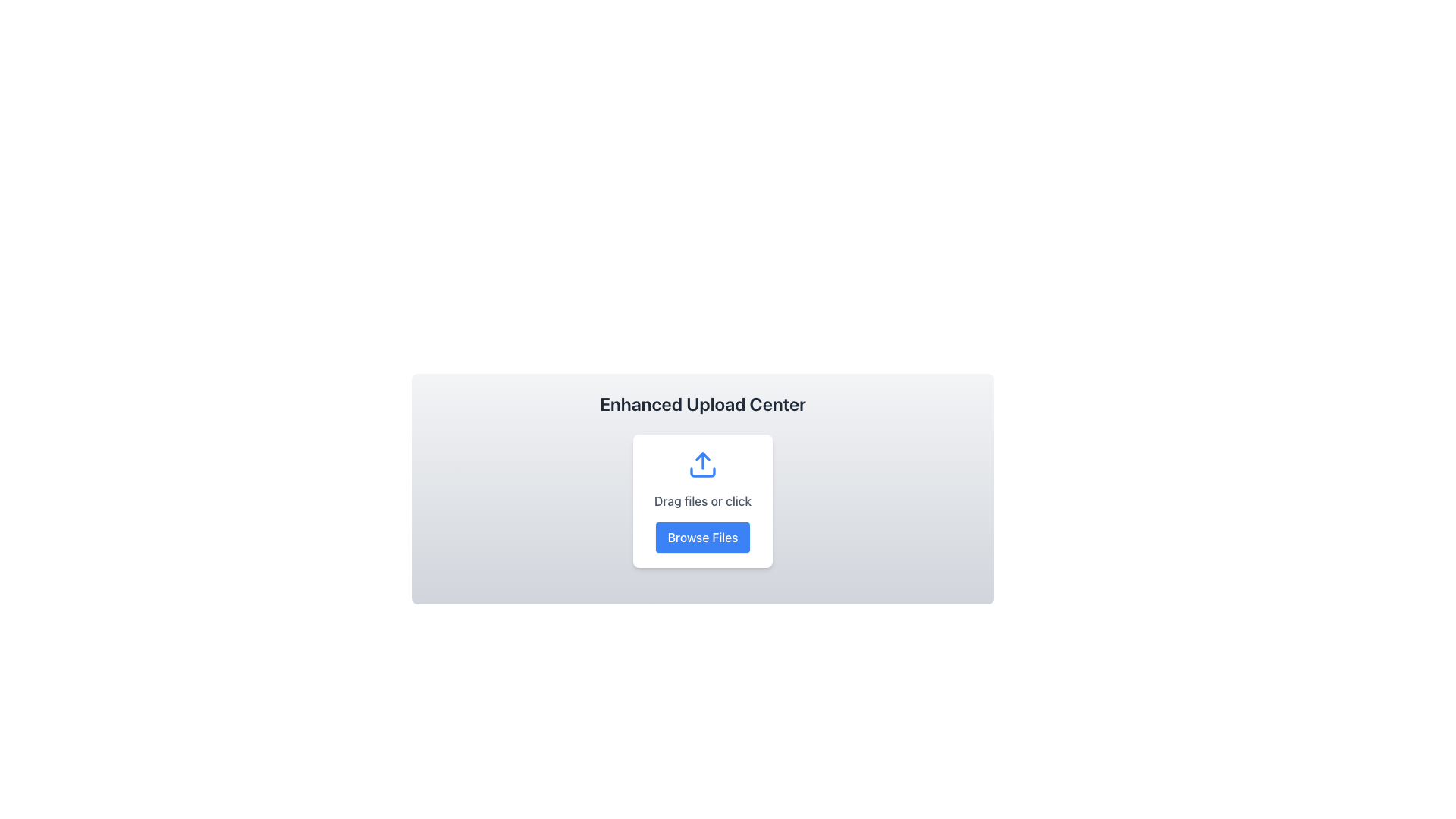  What do you see at coordinates (701, 500) in the screenshot?
I see `static text element that provides instructions about the file upload process, located centrally within a white, rounded rectangular card, positioned below the upload icon and above the 'Browse Files' button` at bounding box center [701, 500].